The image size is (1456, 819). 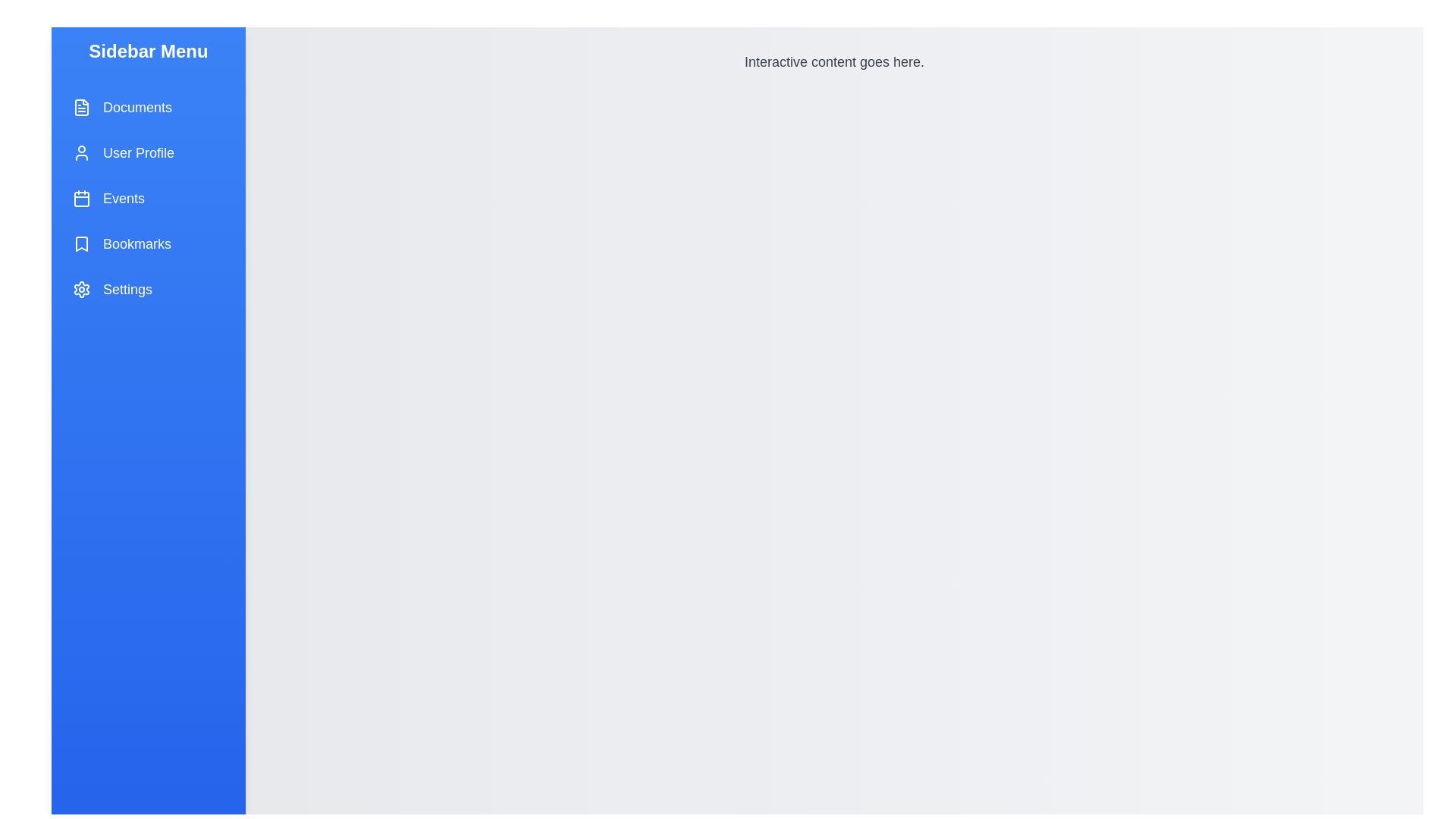 What do you see at coordinates (149, 152) in the screenshot?
I see `the menu item labeled User Profile to observe its hover effect` at bounding box center [149, 152].